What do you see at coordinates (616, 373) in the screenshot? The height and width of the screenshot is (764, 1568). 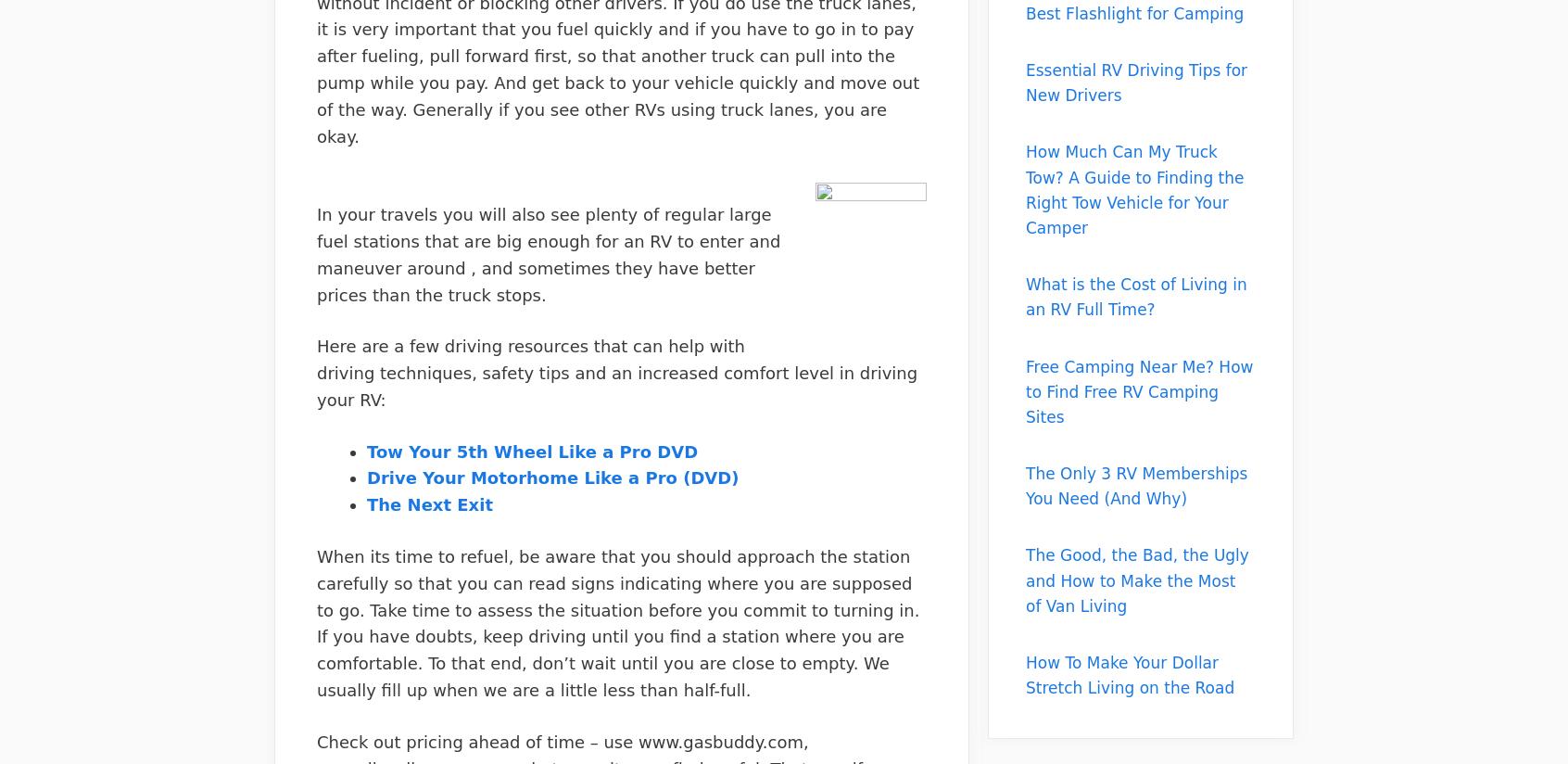 I see `'Here are a few driving resources that can help with driving techniques, safety tips and an increased comfort level in driving your RV:'` at bounding box center [616, 373].